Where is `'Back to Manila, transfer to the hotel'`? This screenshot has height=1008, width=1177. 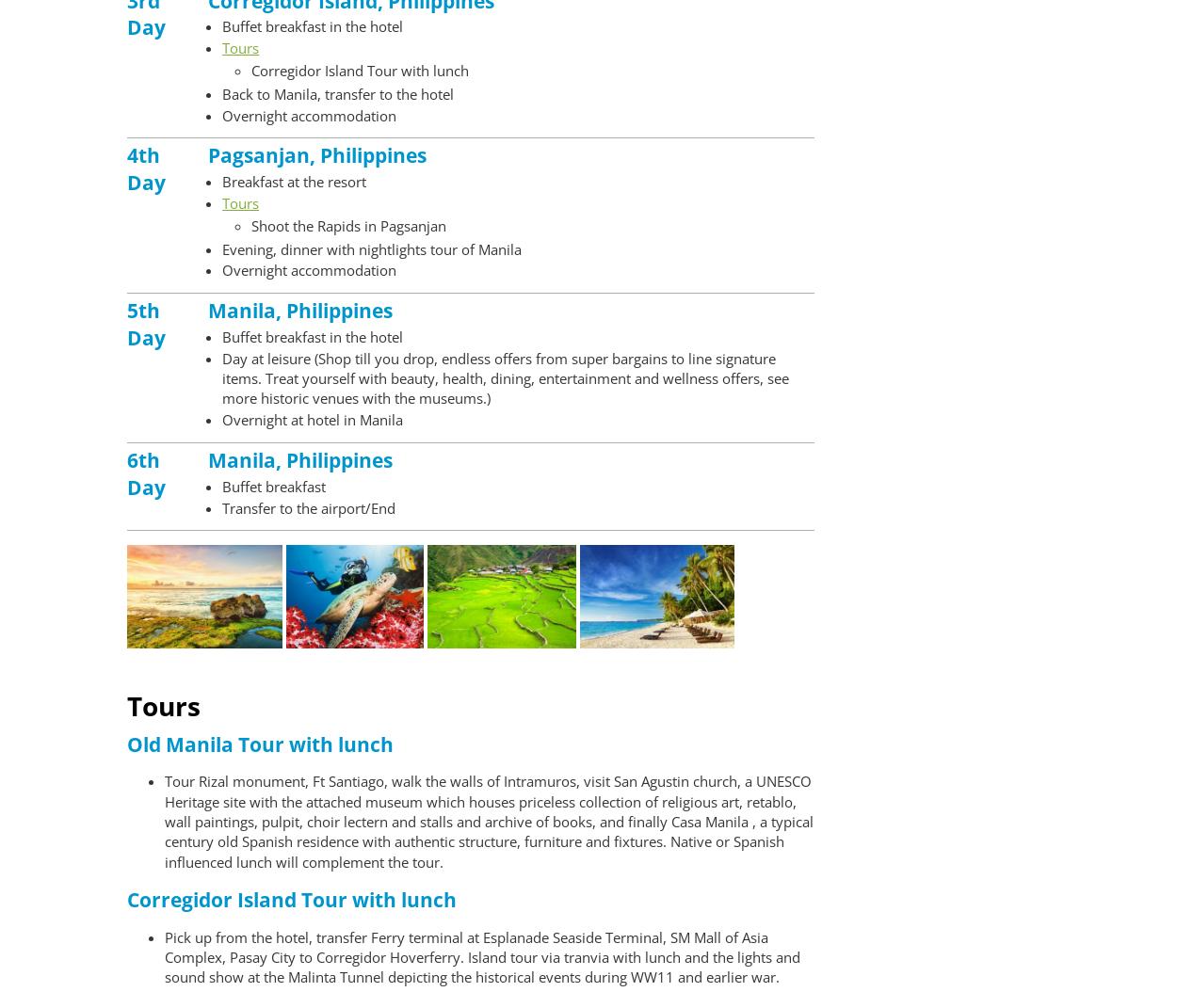
'Back to Manila, transfer to the hotel' is located at coordinates (337, 92).